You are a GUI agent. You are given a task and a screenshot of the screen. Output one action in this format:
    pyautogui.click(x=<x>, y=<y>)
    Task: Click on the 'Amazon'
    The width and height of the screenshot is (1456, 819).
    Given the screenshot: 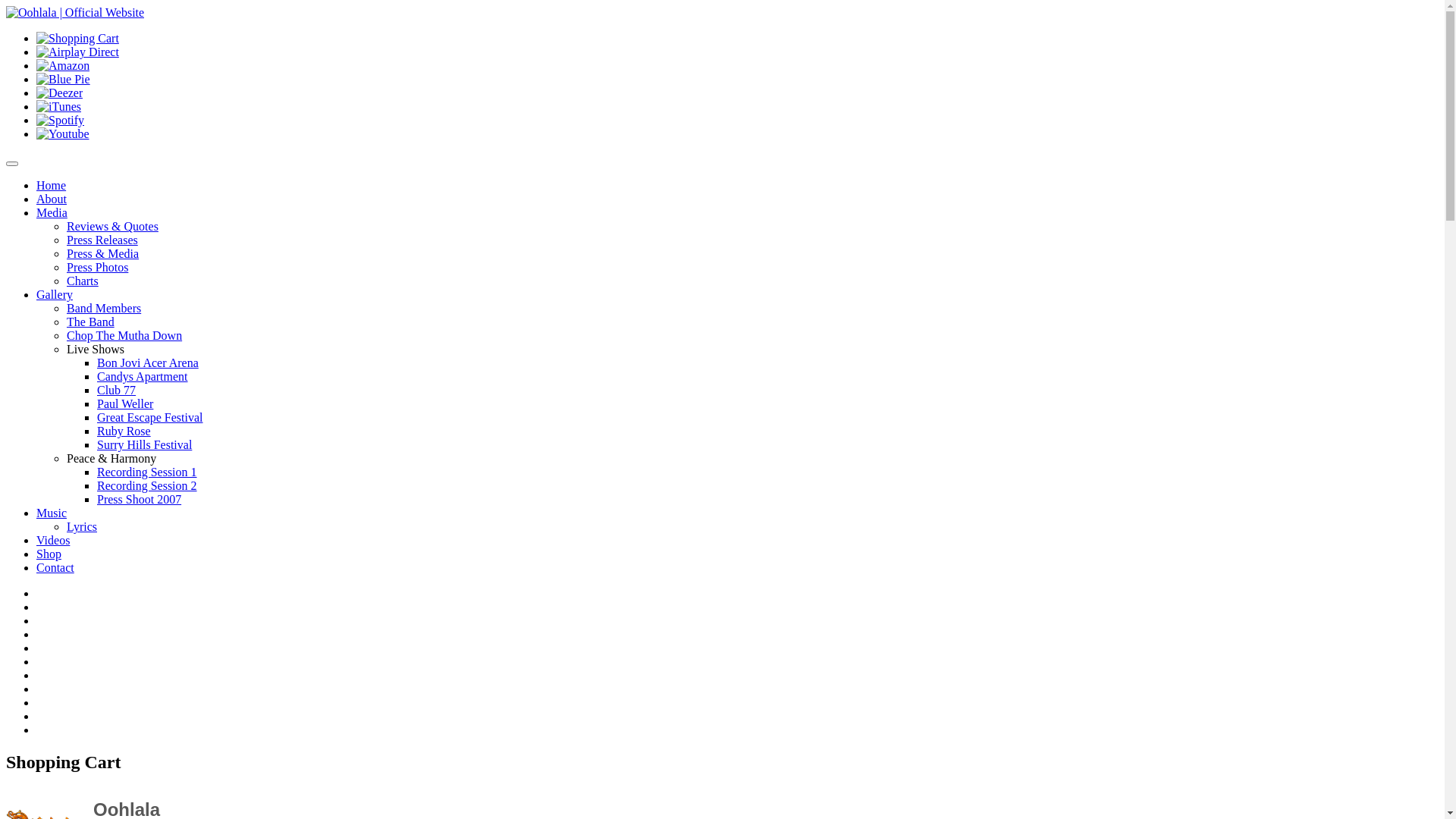 What is the action you would take?
    pyautogui.click(x=61, y=65)
    